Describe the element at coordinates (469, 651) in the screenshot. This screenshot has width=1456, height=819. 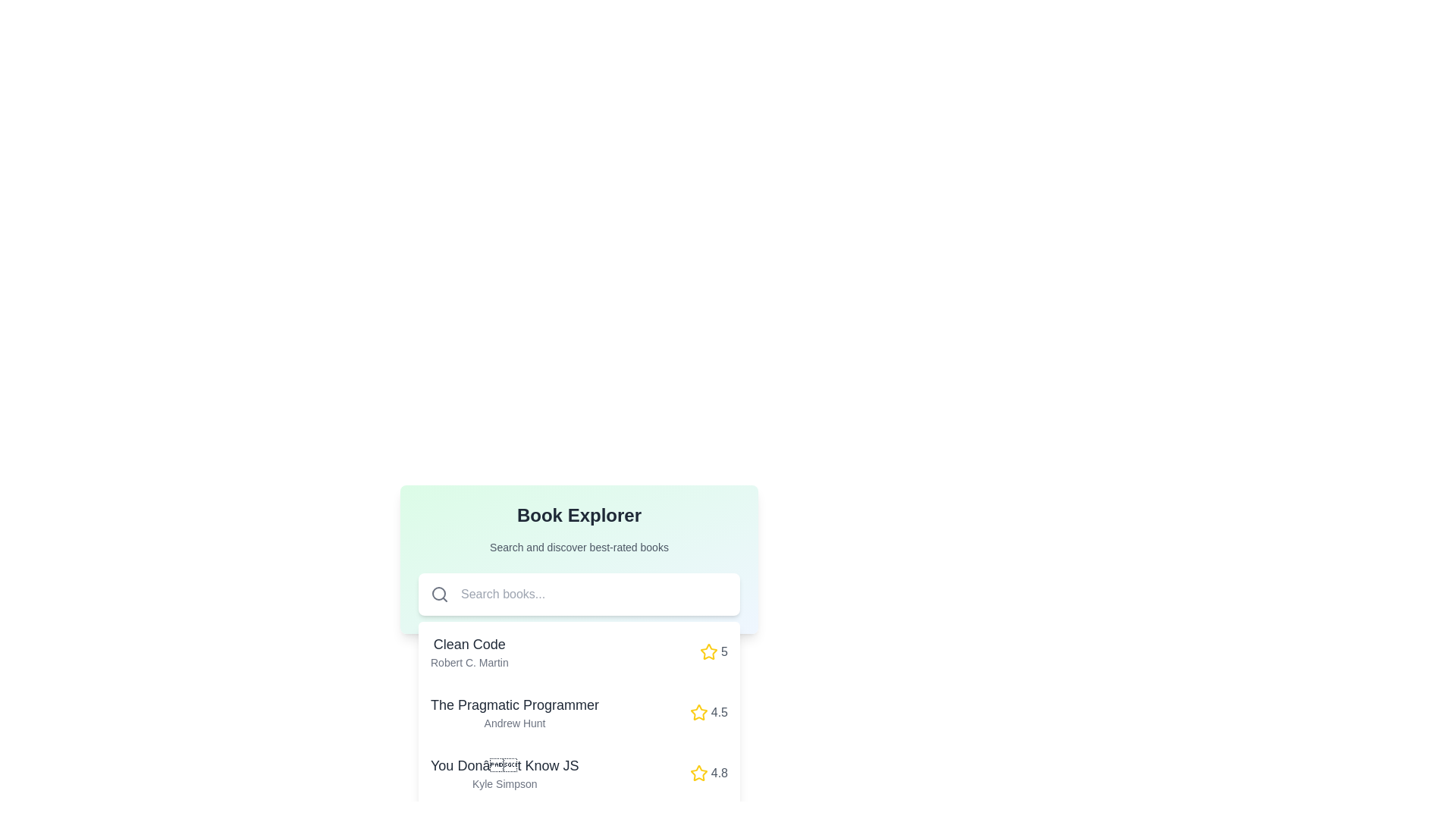
I see `'Clean Code' title and 'Robert C. Martin' subtitle from the Text element located in the first book entry of the 'Book Explorer' section` at that location.